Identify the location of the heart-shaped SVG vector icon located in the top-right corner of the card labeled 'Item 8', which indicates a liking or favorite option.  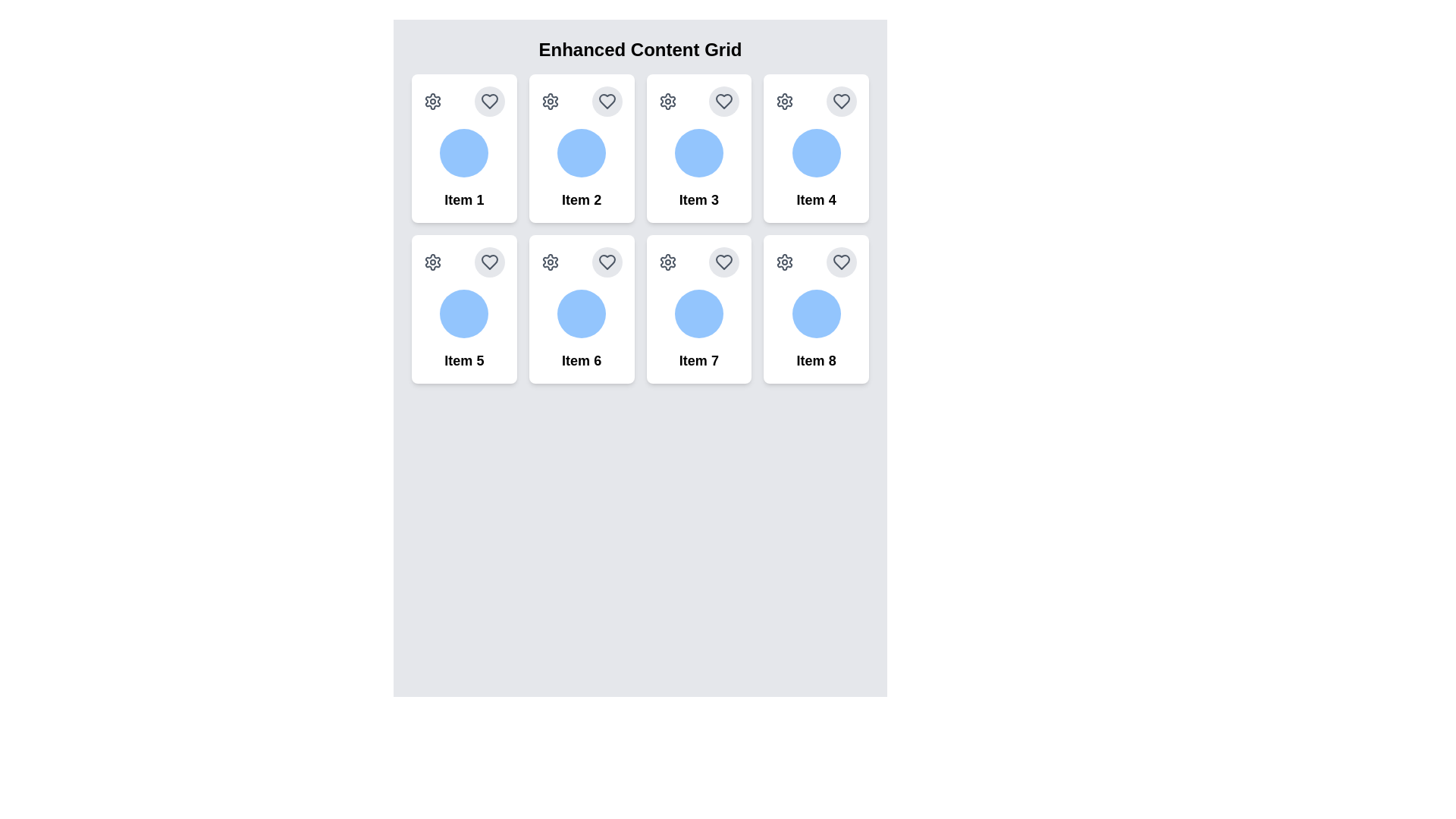
(840, 262).